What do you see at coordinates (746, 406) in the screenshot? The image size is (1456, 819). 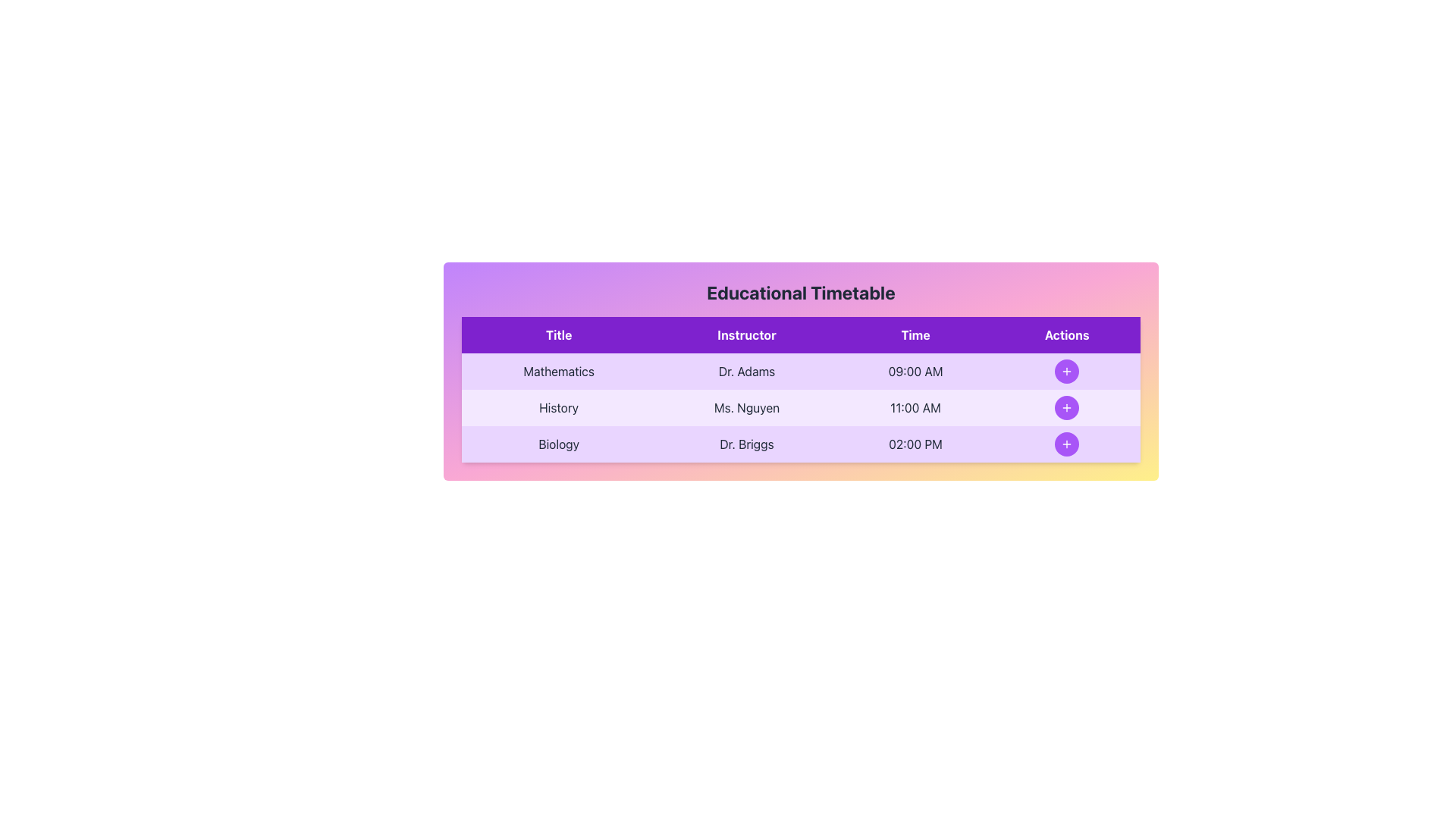 I see `the text label displaying 'Ms. Nguyen' located in the 'Instructor' column of the Educational Timetable, which is situated on a faint purple background` at bounding box center [746, 406].